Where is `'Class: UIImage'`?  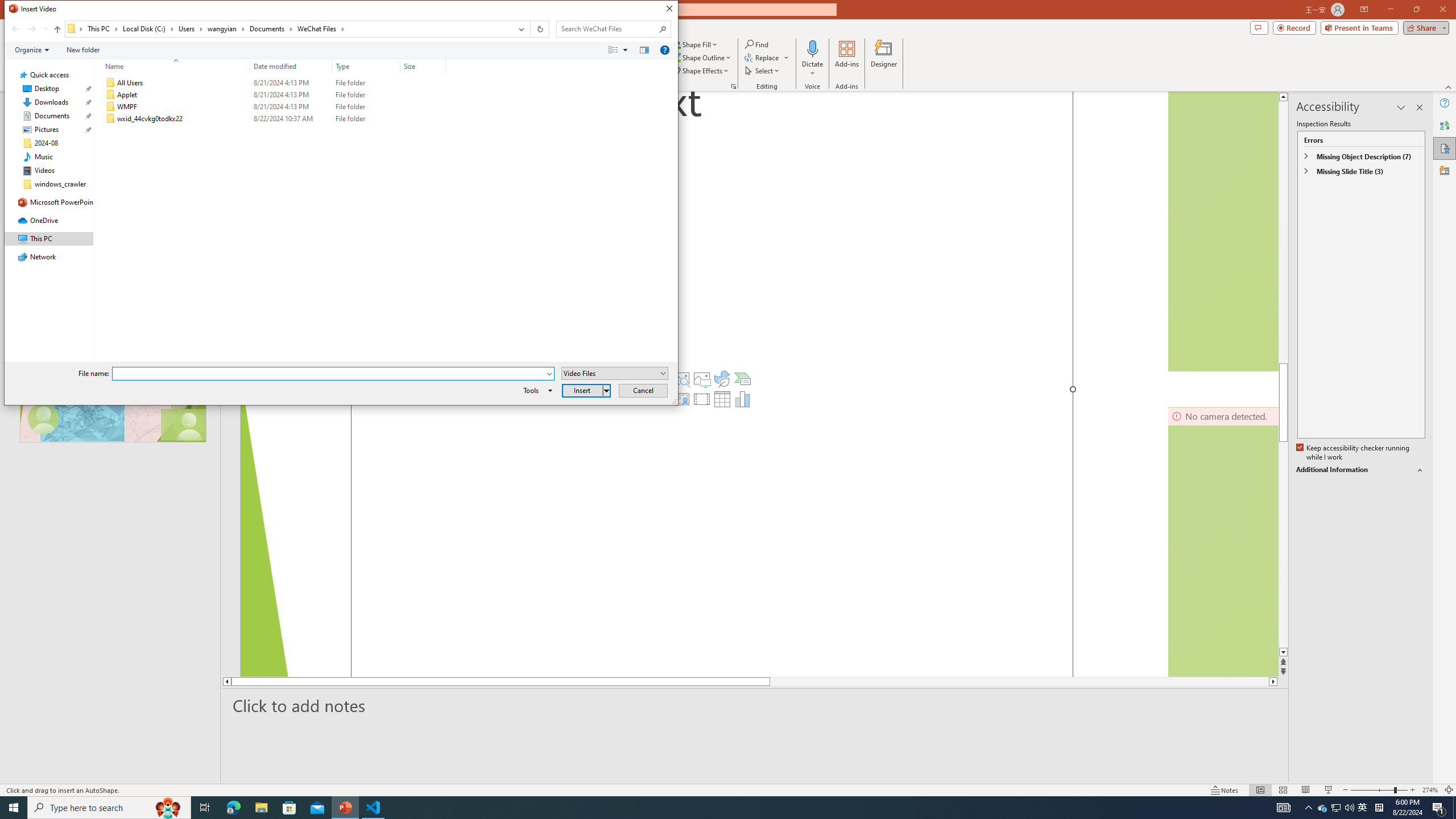 'Class: UIImage' is located at coordinates (111, 118).